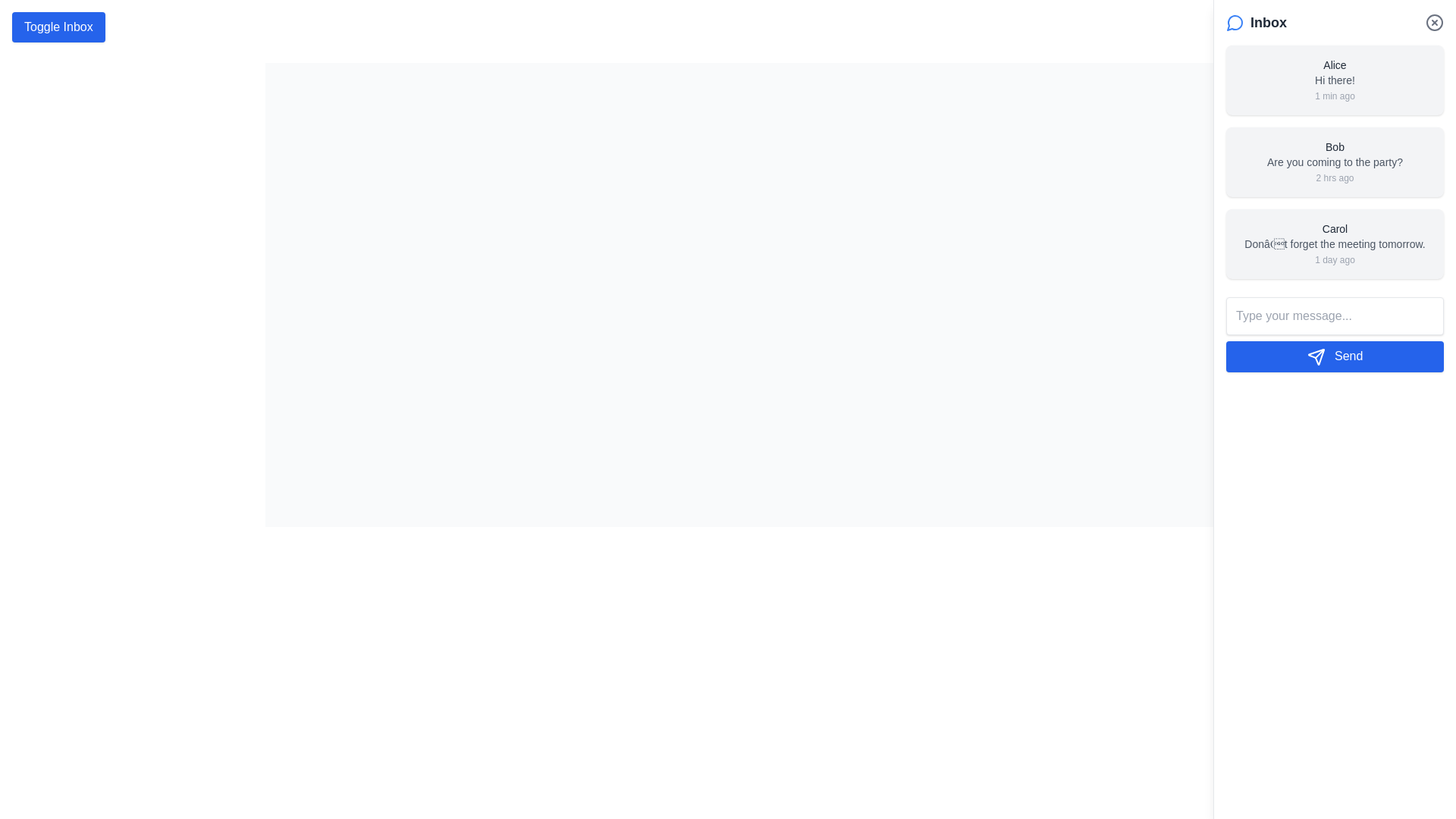 Image resolution: width=1456 pixels, height=819 pixels. I want to click on the inbox icon located at the top-right section of the interface, just before the text 'Inbox', so click(1235, 23).